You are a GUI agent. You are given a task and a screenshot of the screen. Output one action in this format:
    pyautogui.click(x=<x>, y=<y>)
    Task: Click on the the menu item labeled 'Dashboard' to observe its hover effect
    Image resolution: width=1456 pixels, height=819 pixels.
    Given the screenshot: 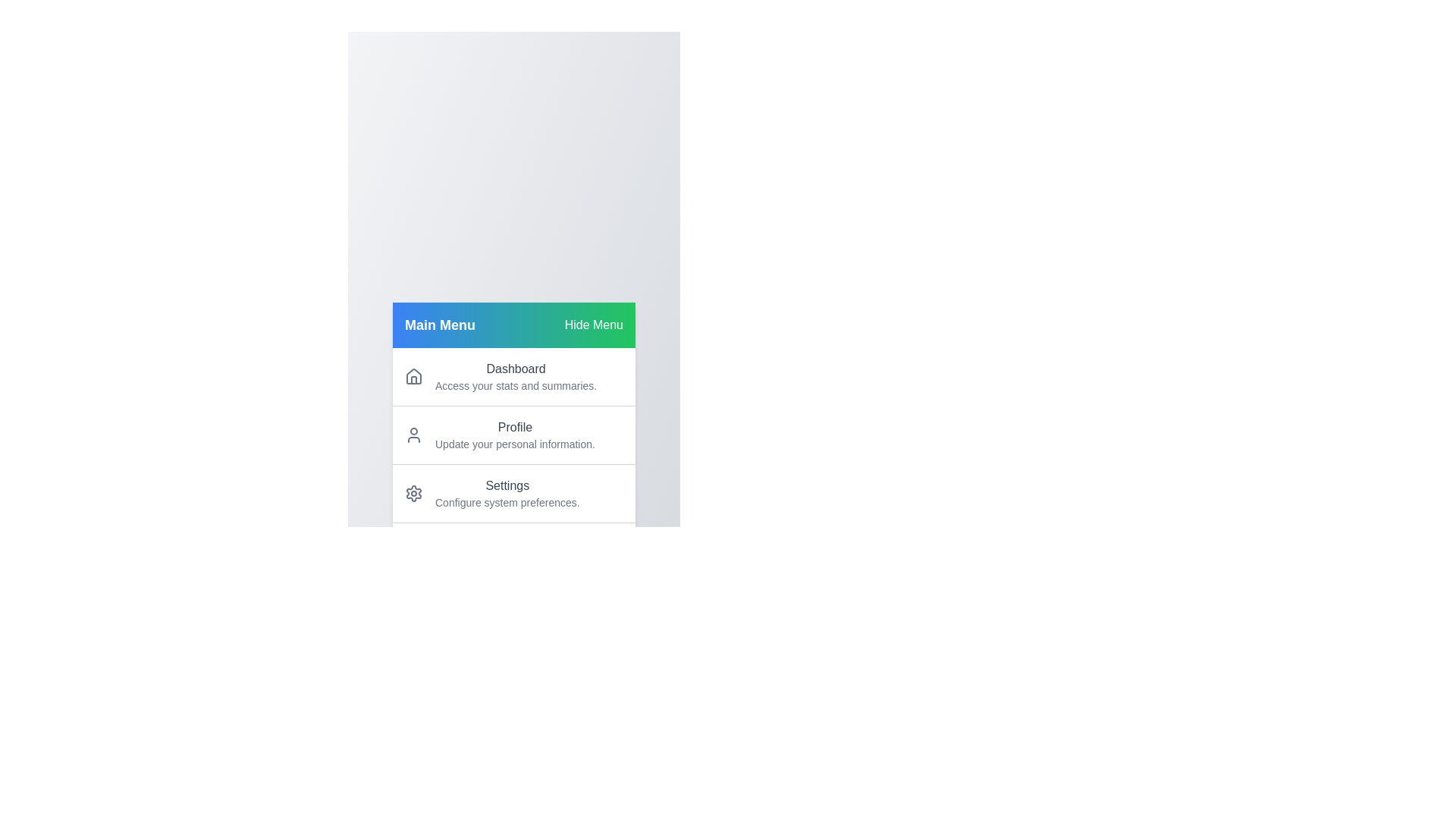 What is the action you would take?
    pyautogui.click(x=513, y=375)
    